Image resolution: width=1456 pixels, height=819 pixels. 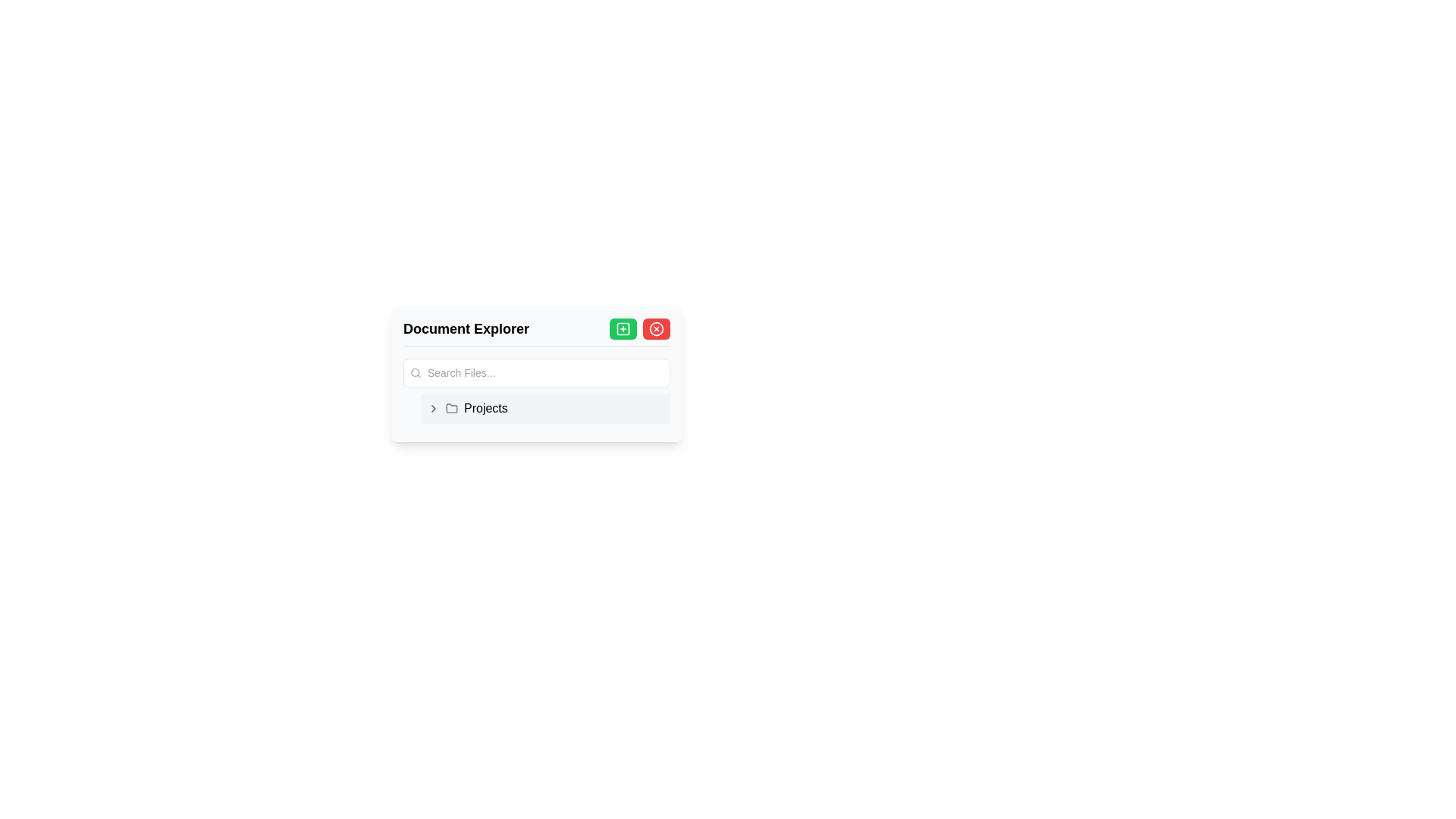 I want to click on the graphical component of the icon button in the Document Explorer from its current position, so click(x=623, y=328).